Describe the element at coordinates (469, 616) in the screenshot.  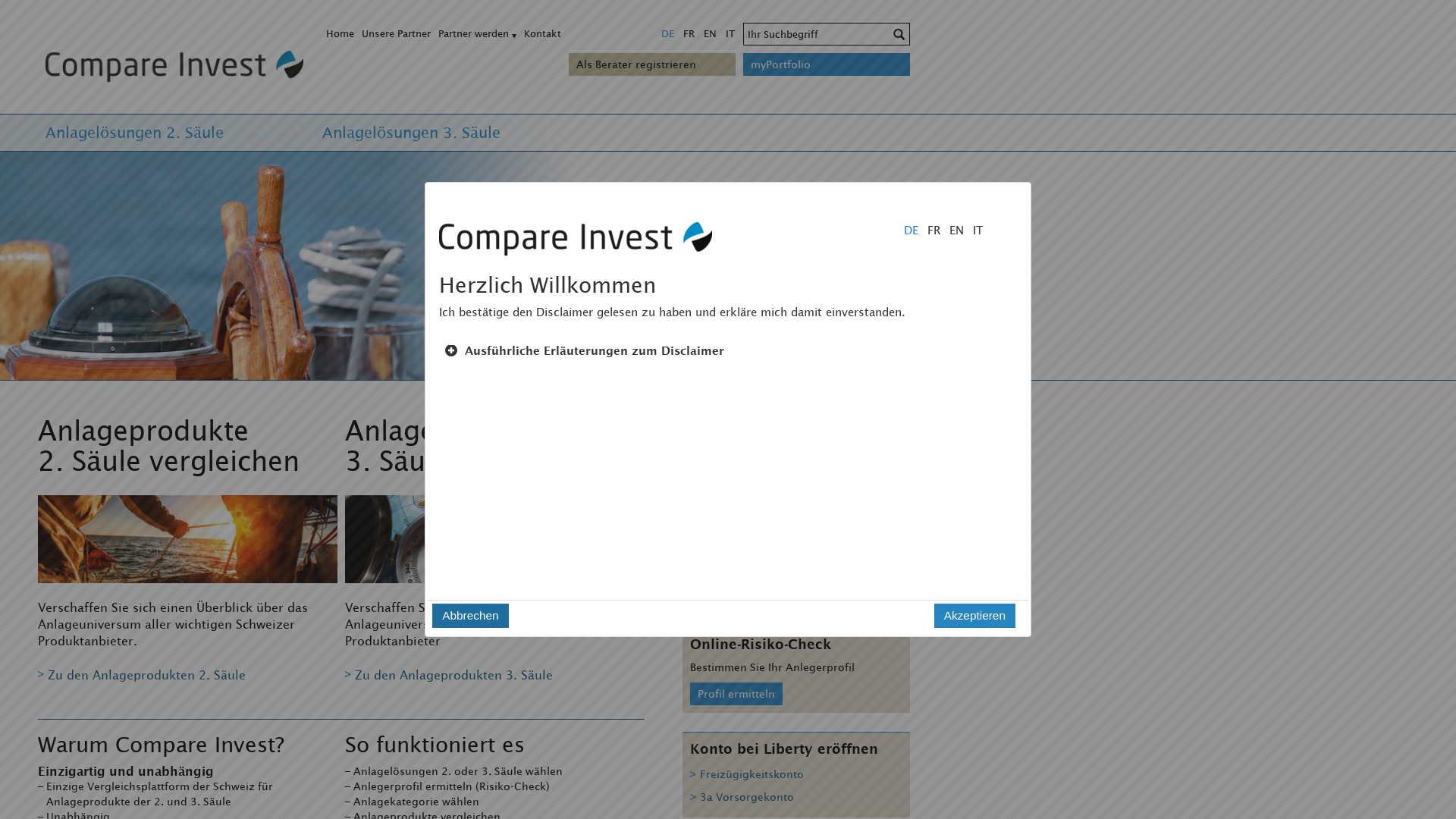
I see `'Abbrechen'` at that location.